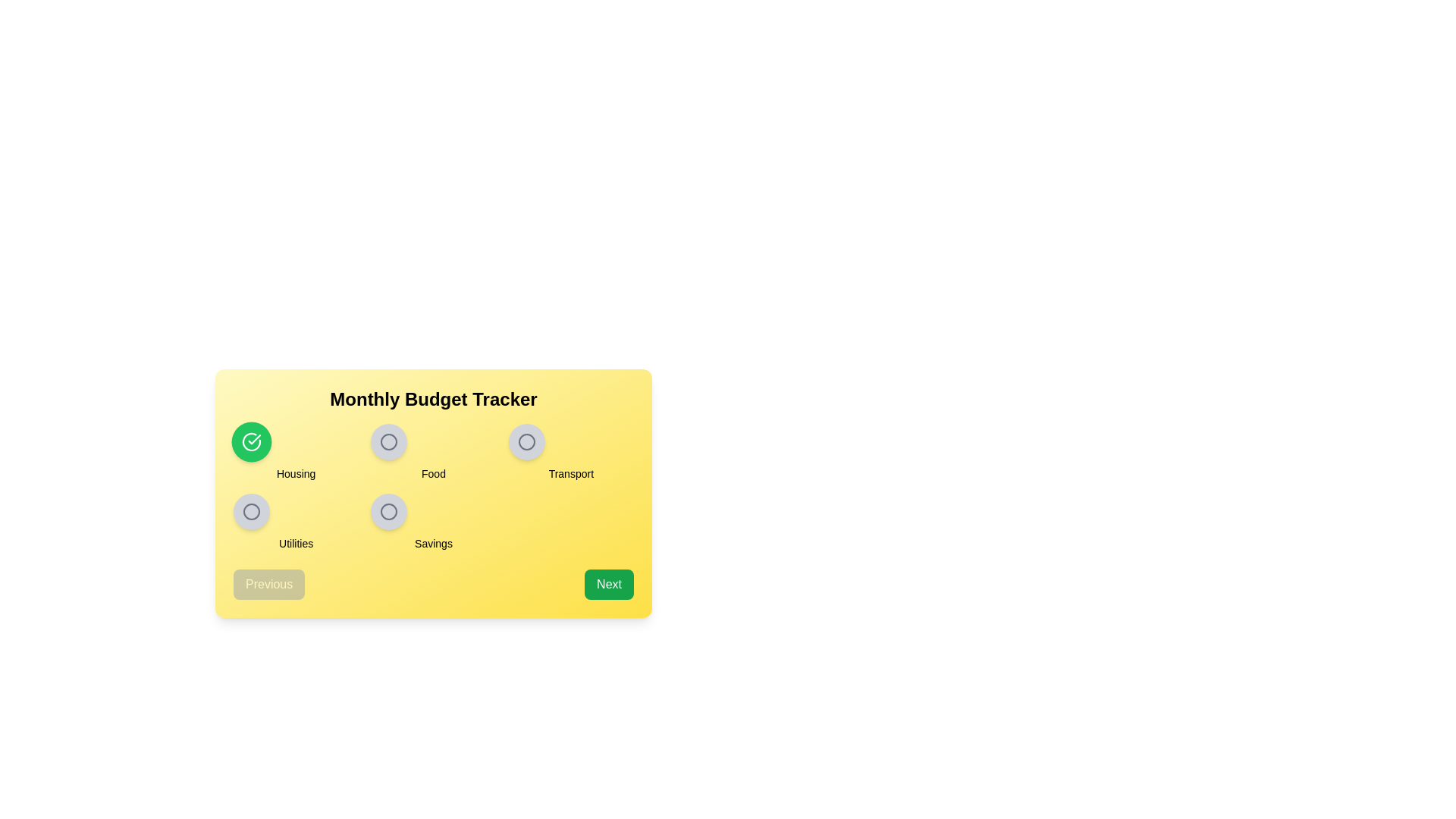 The width and height of the screenshot is (1456, 819). I want to click on the 'Housing' text label, which is styled in bold, capitalized font on a light yellow background, located in the bottom half of the 'Monthly Budget Tracker' card, so click(296, 472).